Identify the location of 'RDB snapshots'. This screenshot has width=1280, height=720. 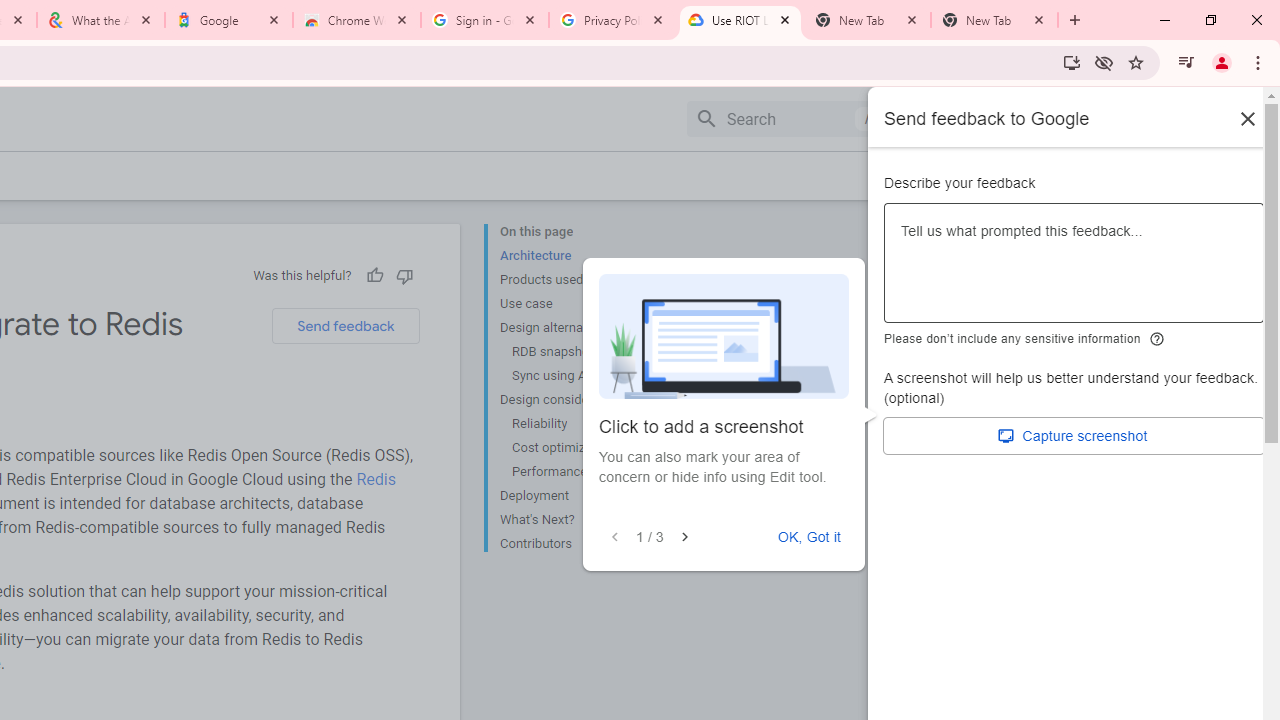
(585, 351).